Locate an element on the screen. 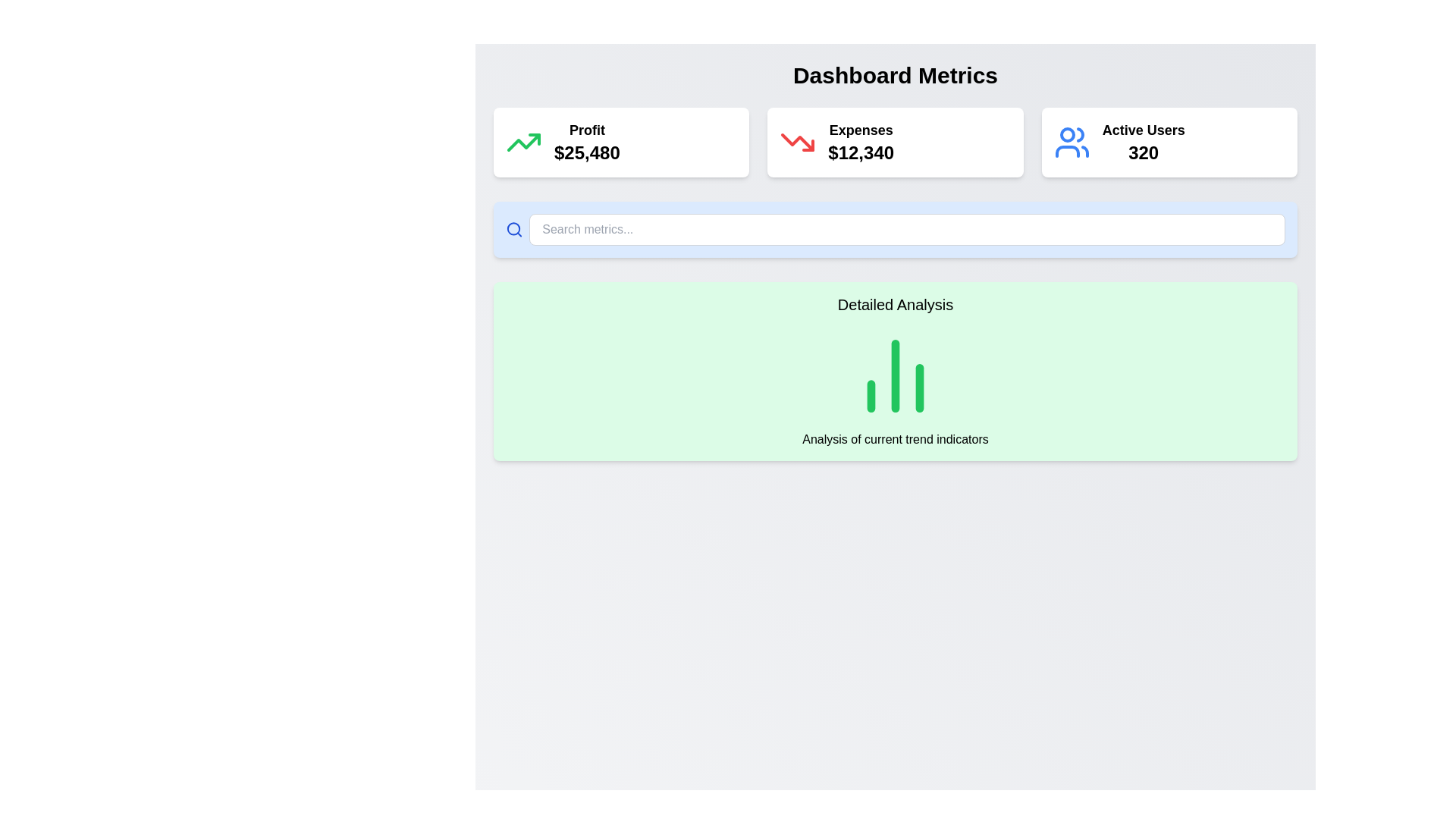 This screenshot has width=1456, height=819. the green upward trending arrow icon located to the left of the 'Profit' text, which indicates a positive trend is located at coordinates (524, 143).